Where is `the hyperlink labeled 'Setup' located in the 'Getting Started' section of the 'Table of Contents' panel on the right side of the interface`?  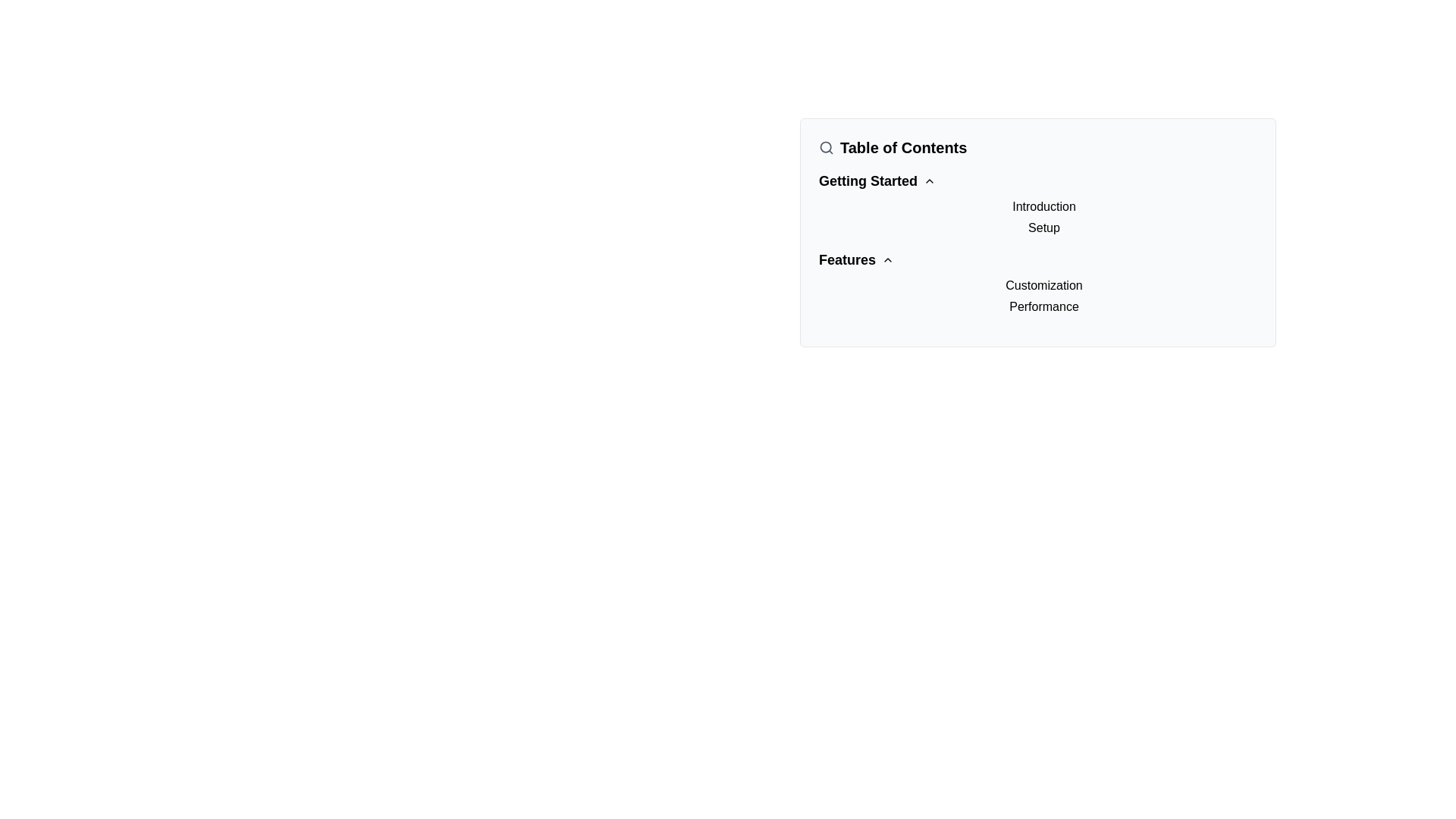 the hyperlink labeled 'Setup' located in the 'Getting Started' section of the 'Table of Contents' panel on the right side of the interface is located at coordinates (1043, 227).